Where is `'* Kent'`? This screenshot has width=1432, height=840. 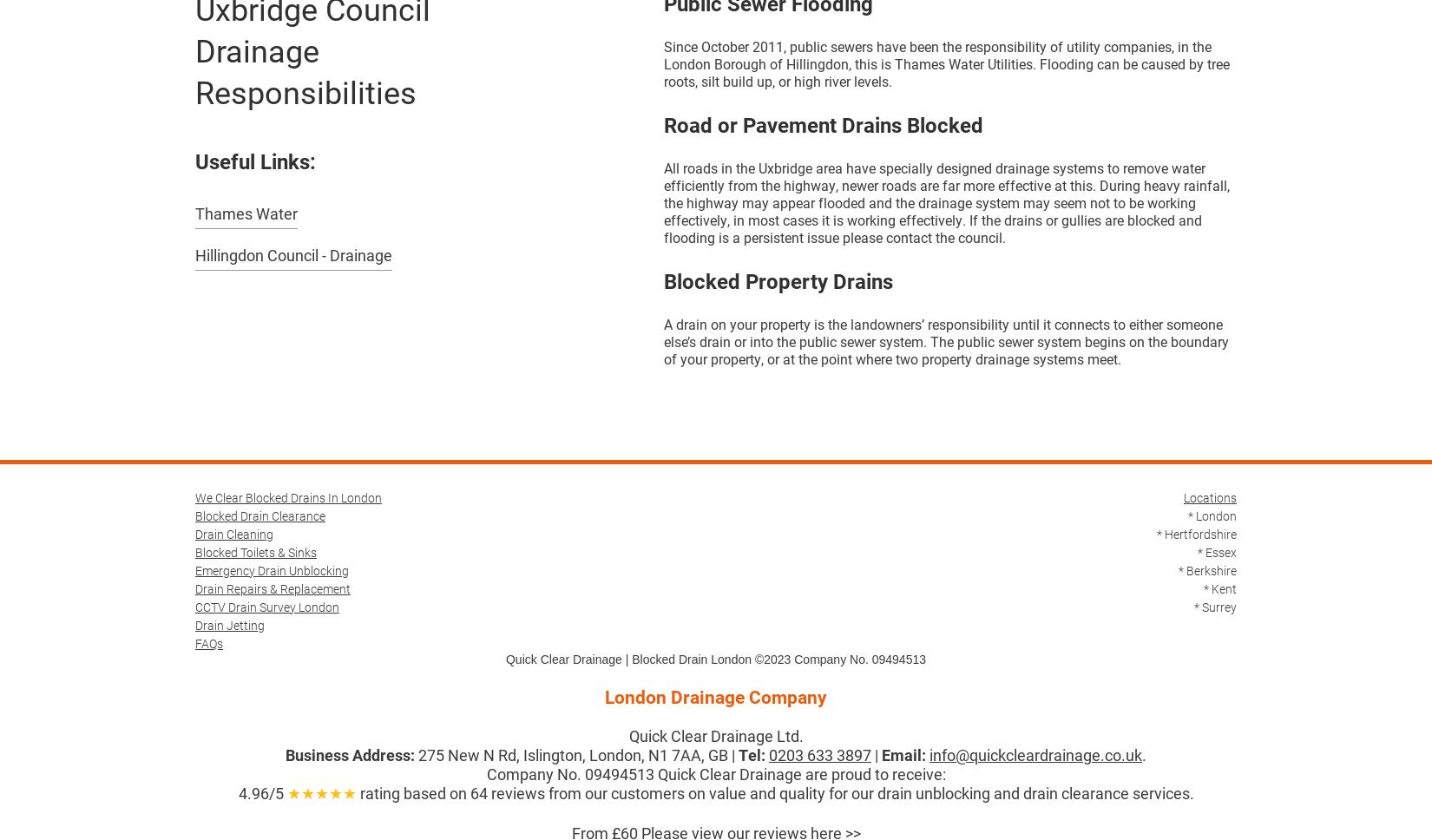 '* Kent' is located at coordinates (1219, 587).